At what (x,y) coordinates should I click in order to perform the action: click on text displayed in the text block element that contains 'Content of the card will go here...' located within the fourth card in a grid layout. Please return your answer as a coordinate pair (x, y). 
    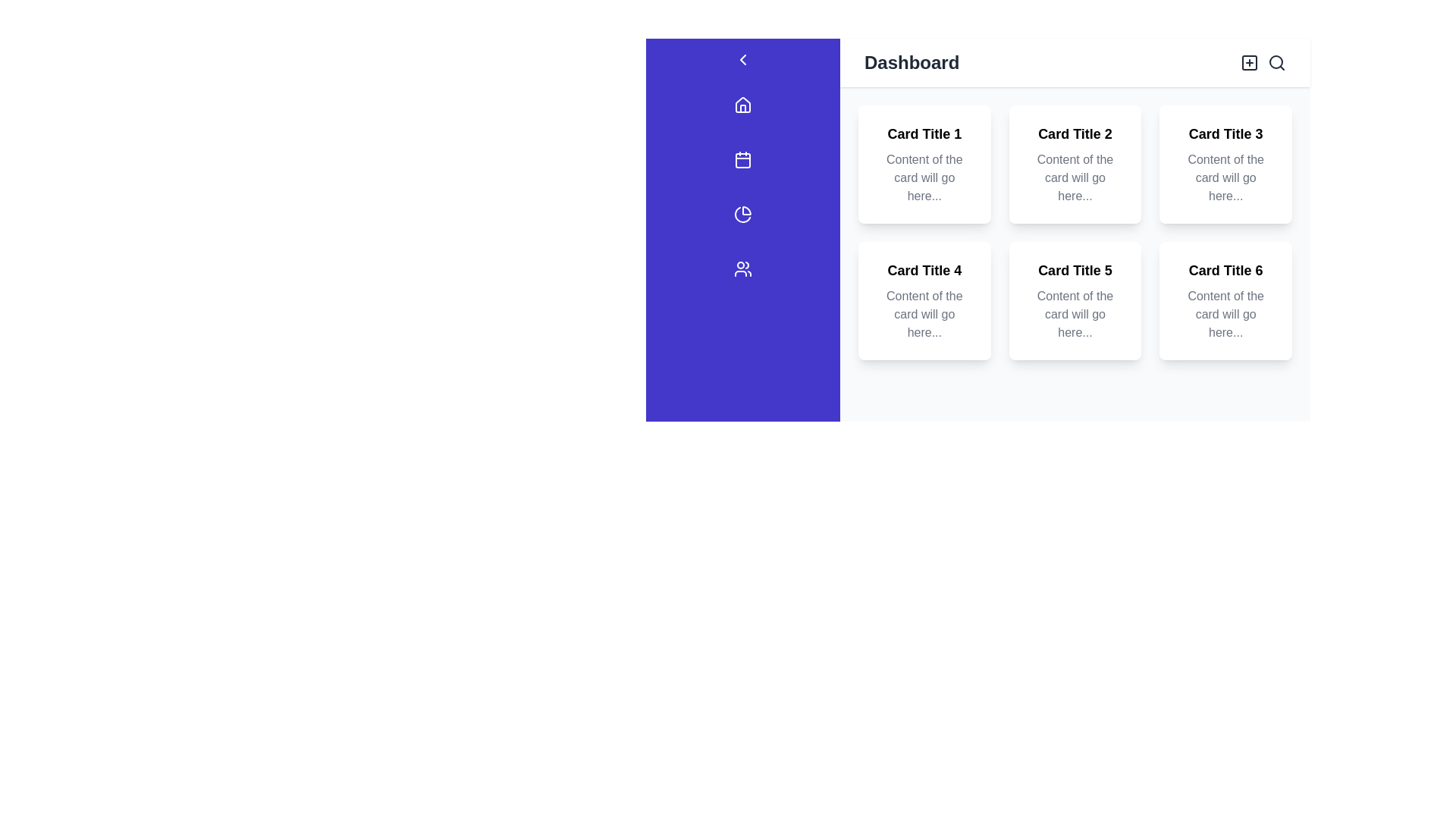
    Looking at the image, I should click on (924, 314).